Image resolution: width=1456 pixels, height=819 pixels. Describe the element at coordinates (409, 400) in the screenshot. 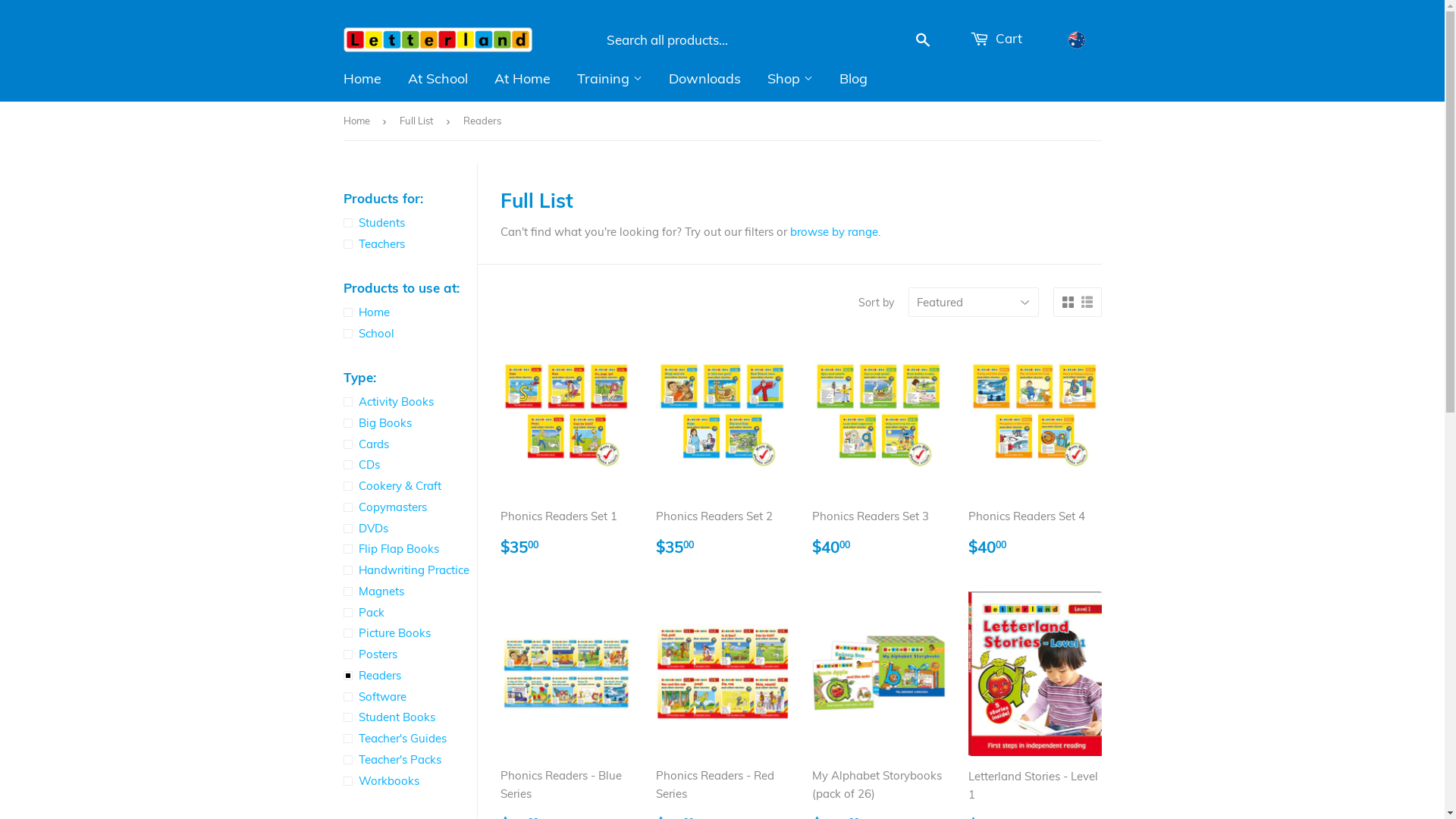

I see `'Activity Books'` at that location.